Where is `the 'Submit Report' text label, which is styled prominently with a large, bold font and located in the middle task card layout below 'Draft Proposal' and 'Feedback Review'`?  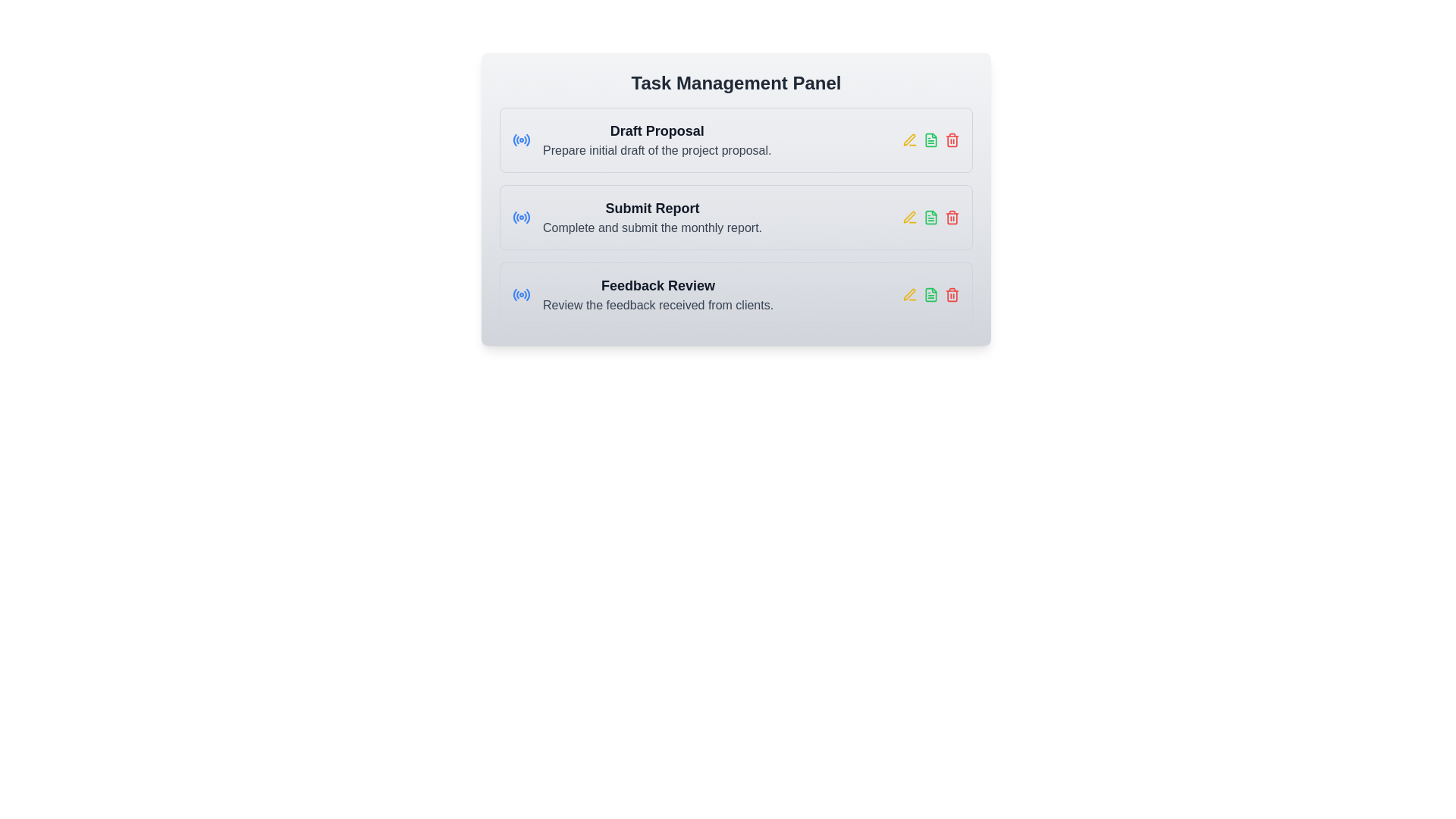 the 'Submit Report' text label, which is styled prominently with a large, bold font and located in the middle task card layout below 'Draft Proposal' and 'Feedback Review' is located at coordinates (652, 208).